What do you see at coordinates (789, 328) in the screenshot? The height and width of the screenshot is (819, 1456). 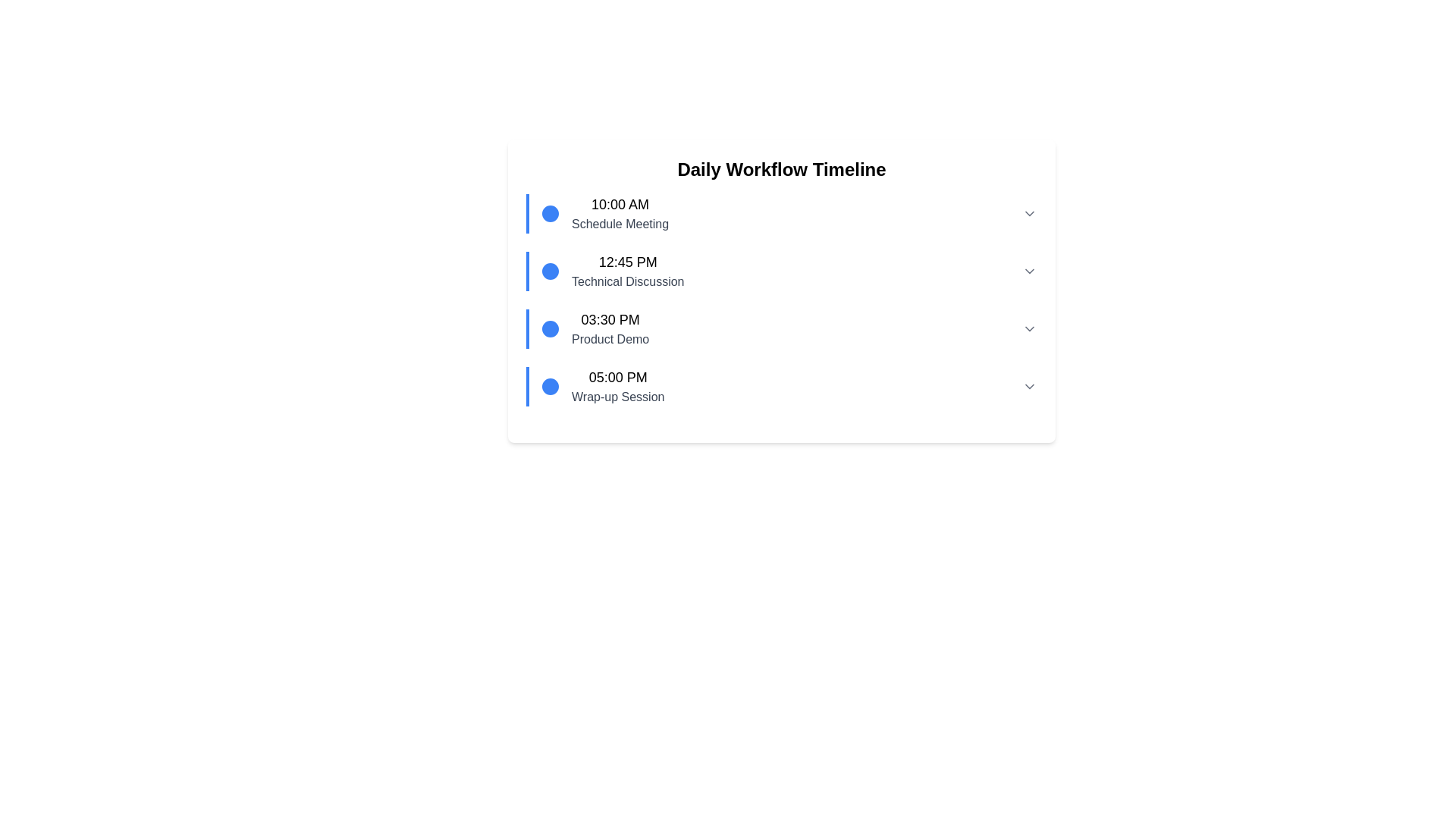 I see `the Timeline entry displaying '03:30 PM' and 'Product Demo' with a dropdown arrow, positioned as the third item in the timeline` at bounding box center [789, 328].